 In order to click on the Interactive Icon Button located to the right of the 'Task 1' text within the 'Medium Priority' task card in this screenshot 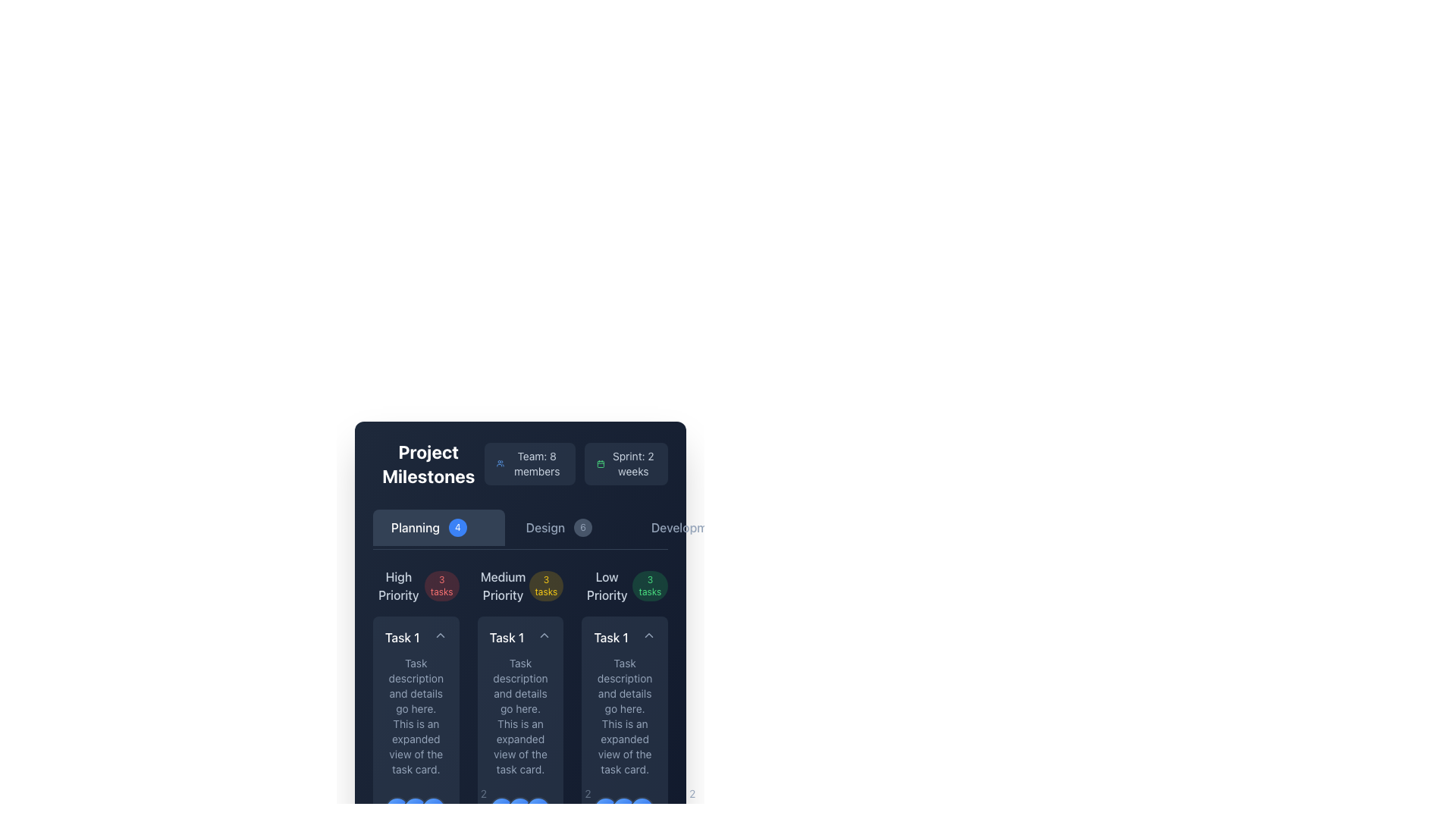, I will do `click(544, 635)`.